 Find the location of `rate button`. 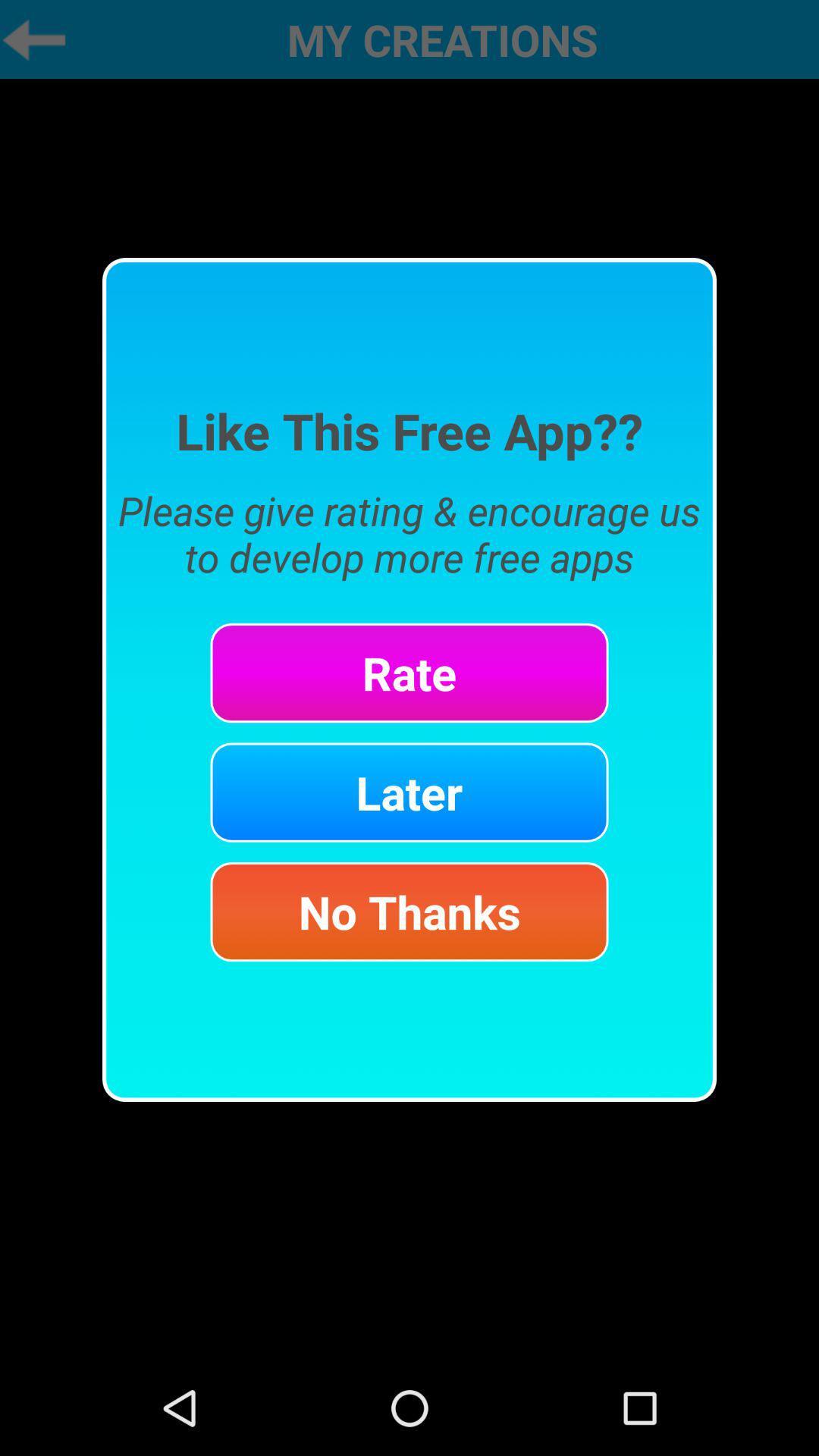

rate button is located at coordinates (409, 672).